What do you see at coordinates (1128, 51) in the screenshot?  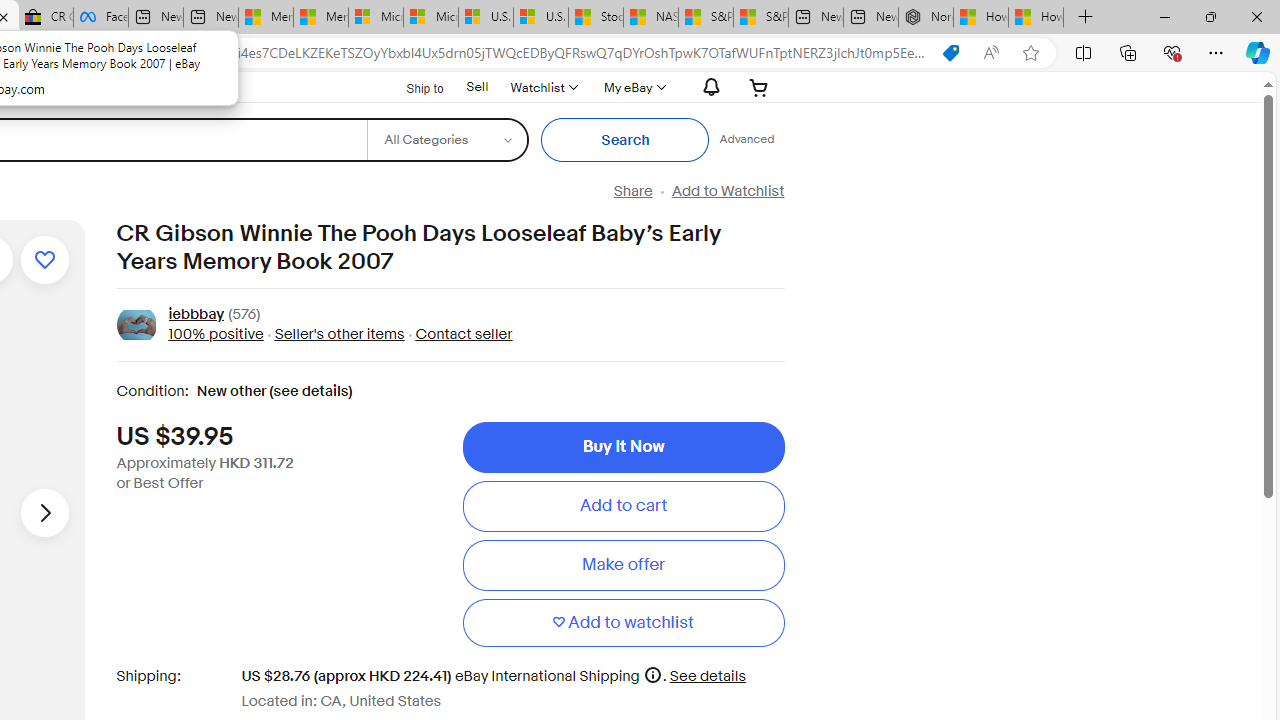 I see `'Collections'` at bounding box center [1128, 51].